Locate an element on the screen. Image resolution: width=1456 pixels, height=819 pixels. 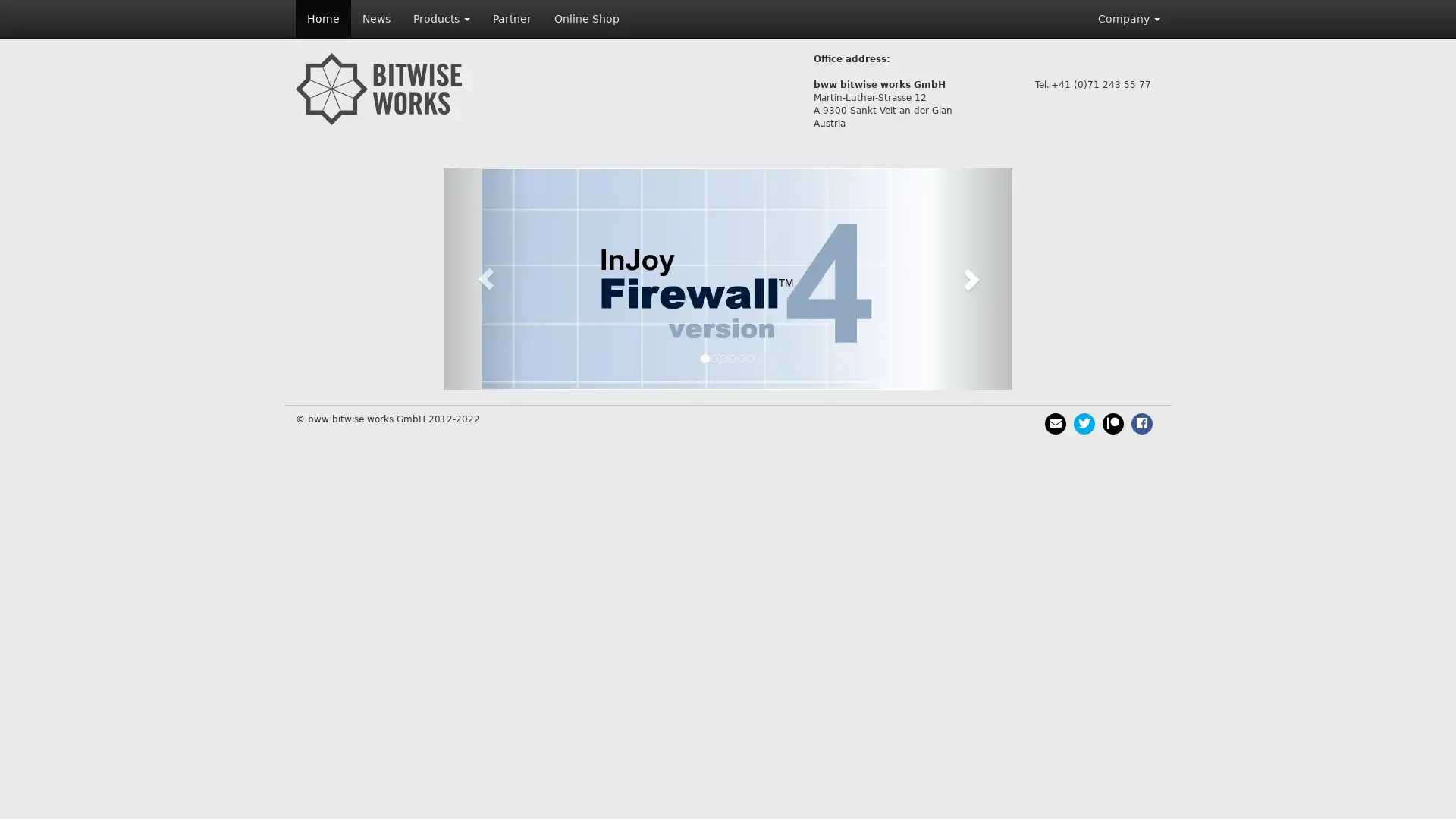
Previous is located at coordinates (486, 278).